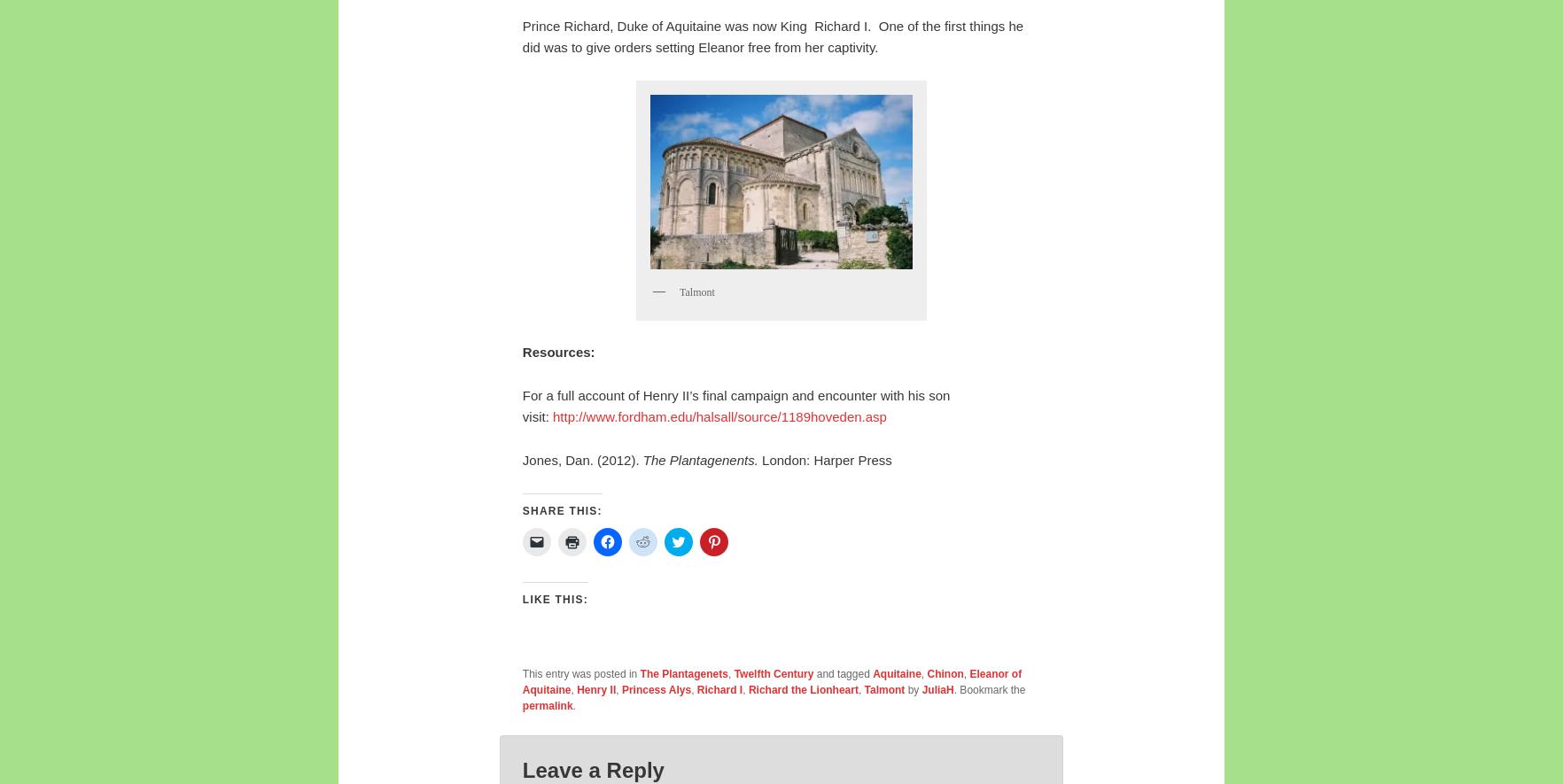 This screenshot has width=1563, height=784. I want to click on 'permalink', so click(547, 703).